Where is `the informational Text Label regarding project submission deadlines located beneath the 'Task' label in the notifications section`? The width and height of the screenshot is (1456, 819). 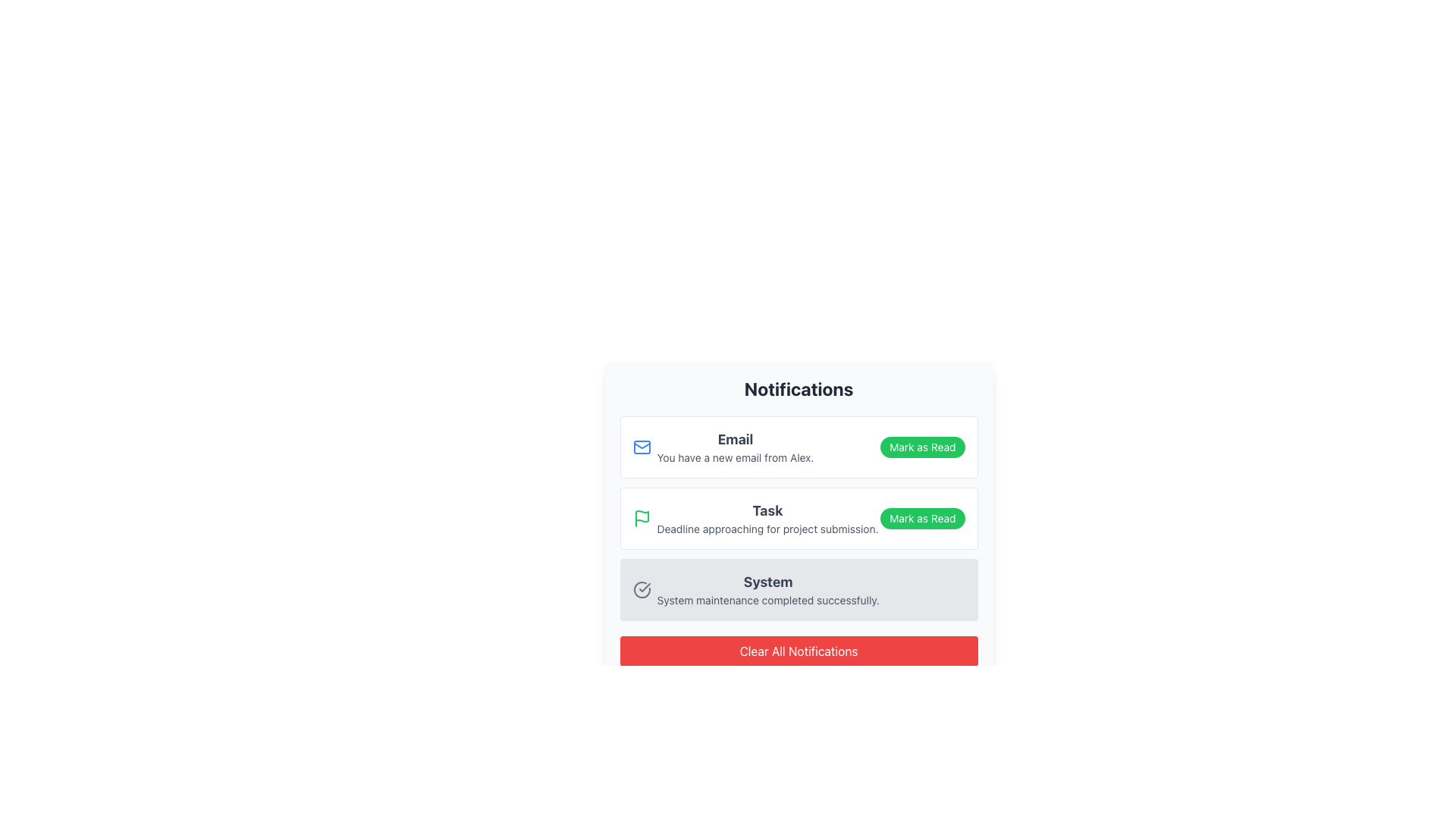
the informational Text Label regarding project submission deadlines located beneath the 'Task' label in the notifications section is located at coordinates (767, 529).